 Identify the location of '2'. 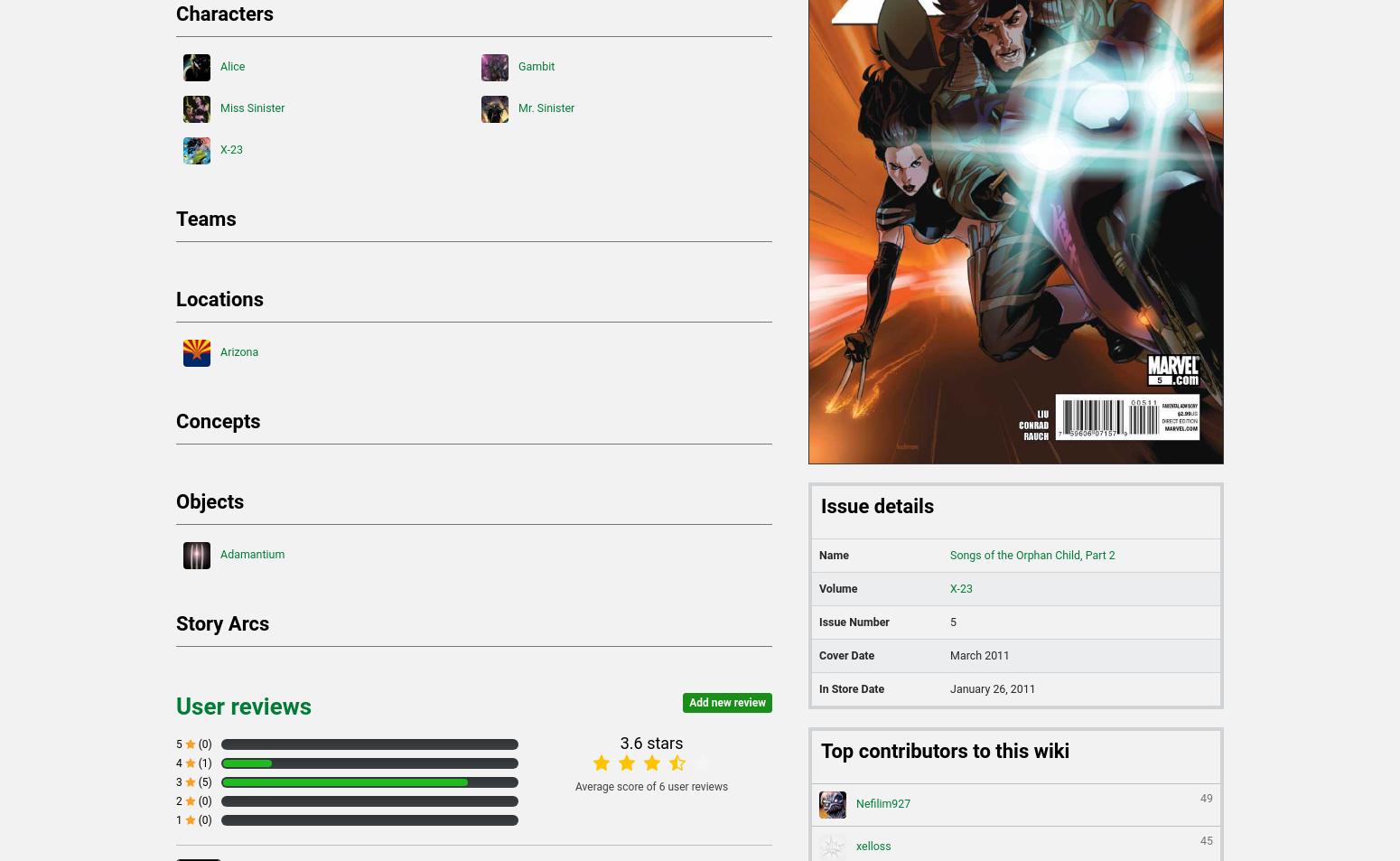
(179, 800).